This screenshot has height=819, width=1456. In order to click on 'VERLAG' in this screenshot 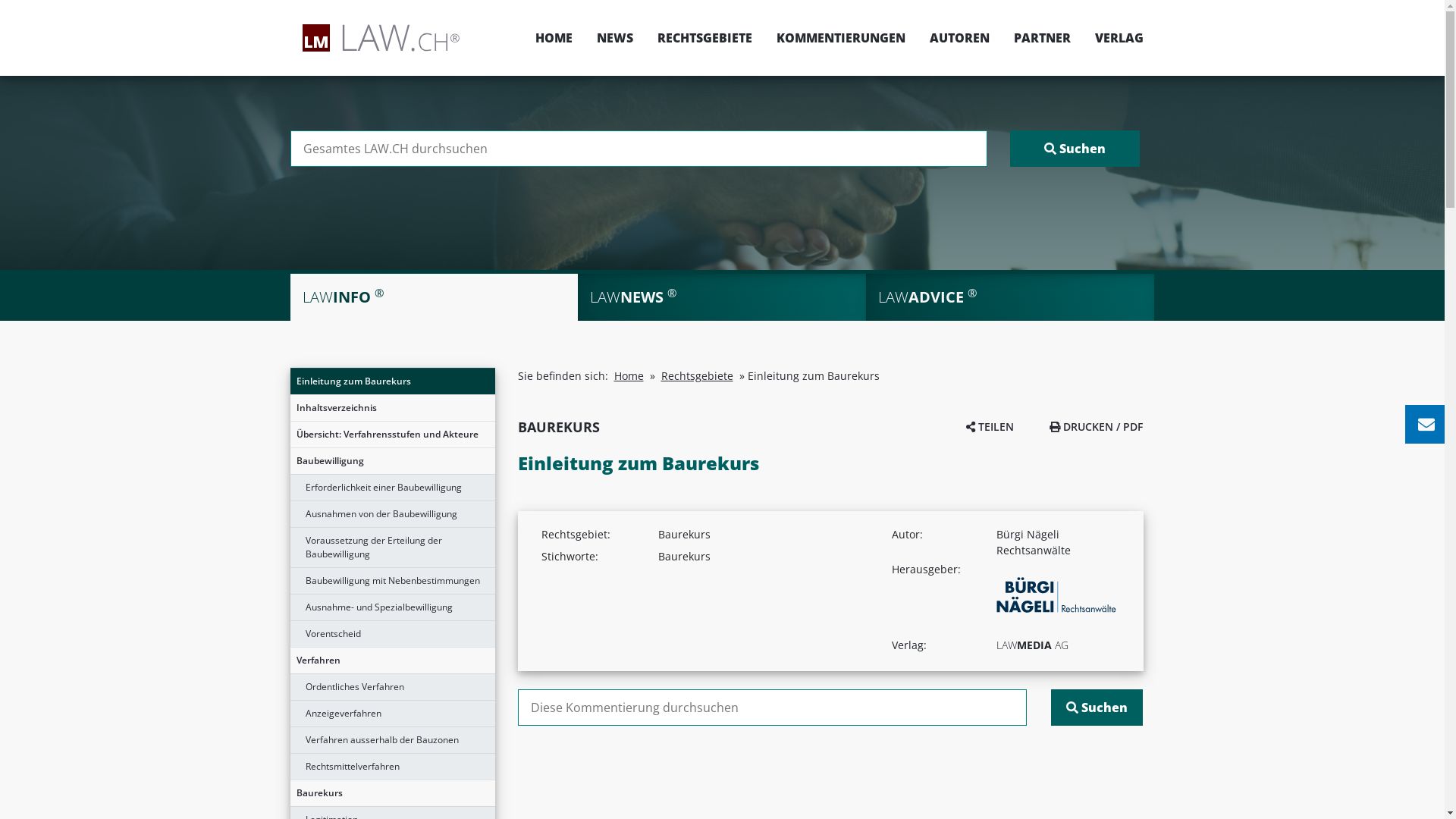, I will do `click(1082, 37)`.